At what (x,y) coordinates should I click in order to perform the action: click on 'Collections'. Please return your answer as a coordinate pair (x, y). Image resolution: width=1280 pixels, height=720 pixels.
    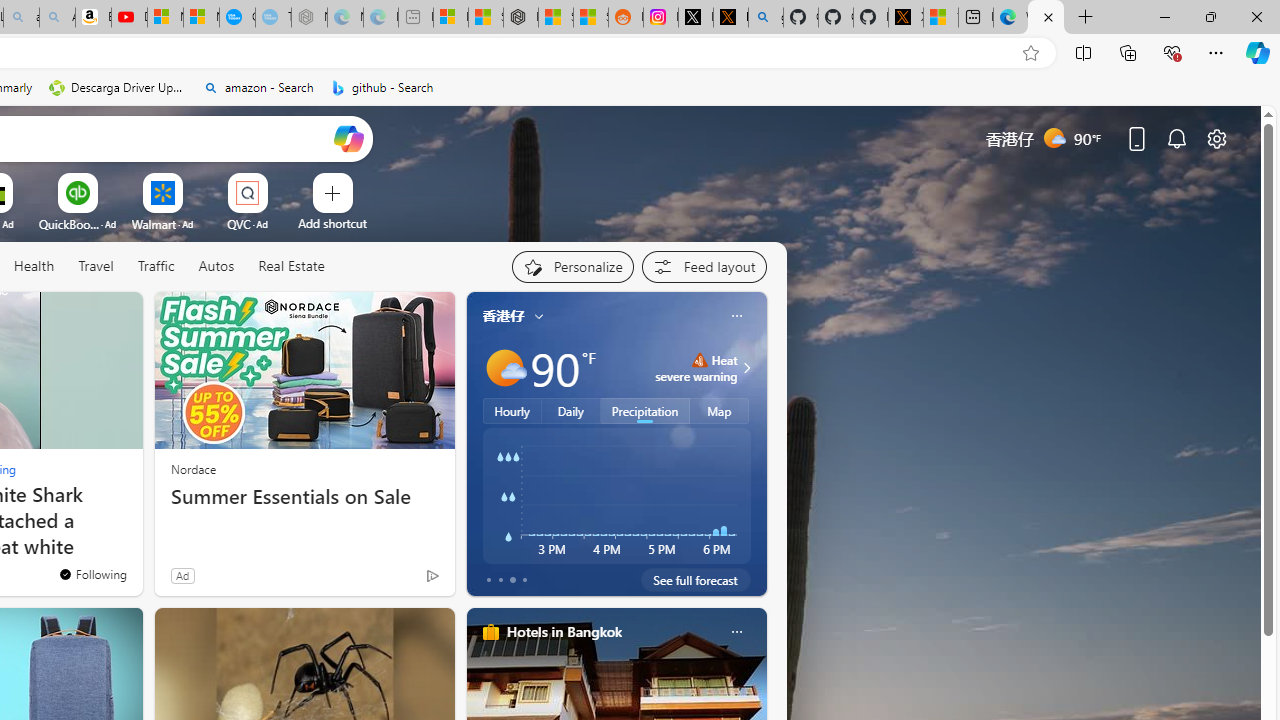
    Looking at the image, I should click on (1128, 51).